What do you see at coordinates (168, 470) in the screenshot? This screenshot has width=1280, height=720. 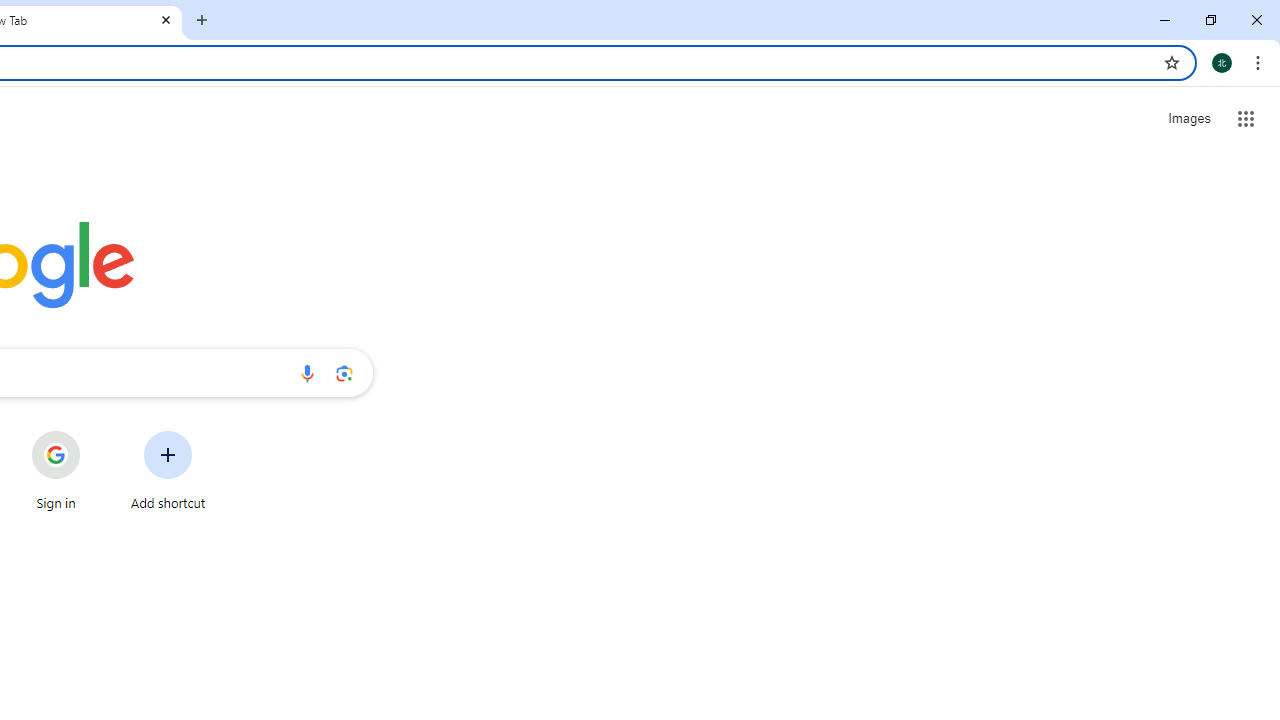 I see `'Add shortcut'` at bounding box center [168, 470].